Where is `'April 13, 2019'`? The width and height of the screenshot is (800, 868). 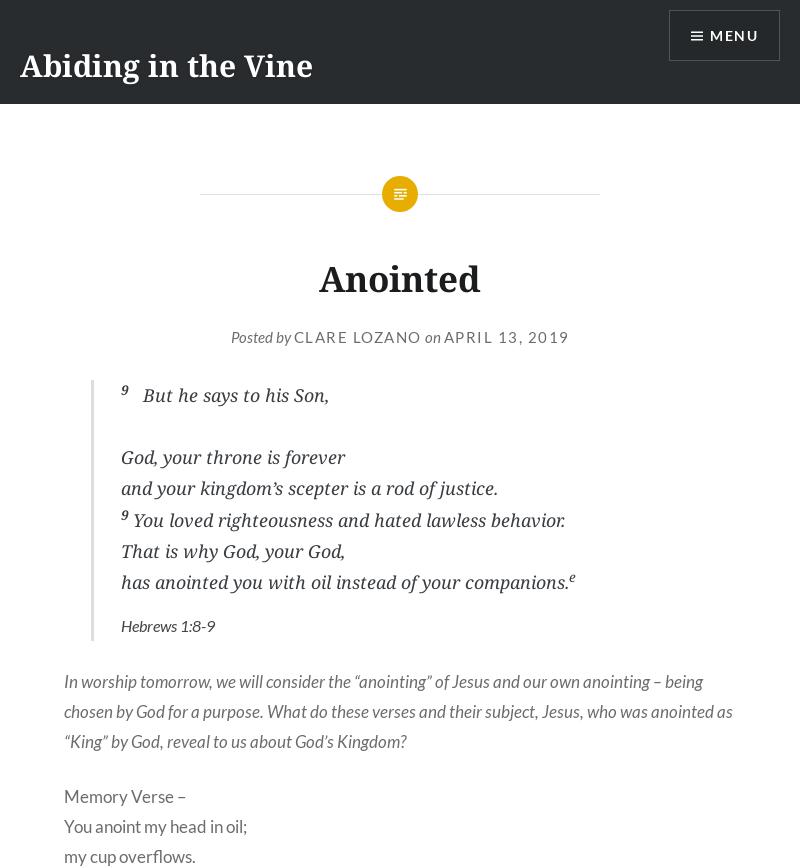
'April 13, 2019' is located at coordinates (504, 336).